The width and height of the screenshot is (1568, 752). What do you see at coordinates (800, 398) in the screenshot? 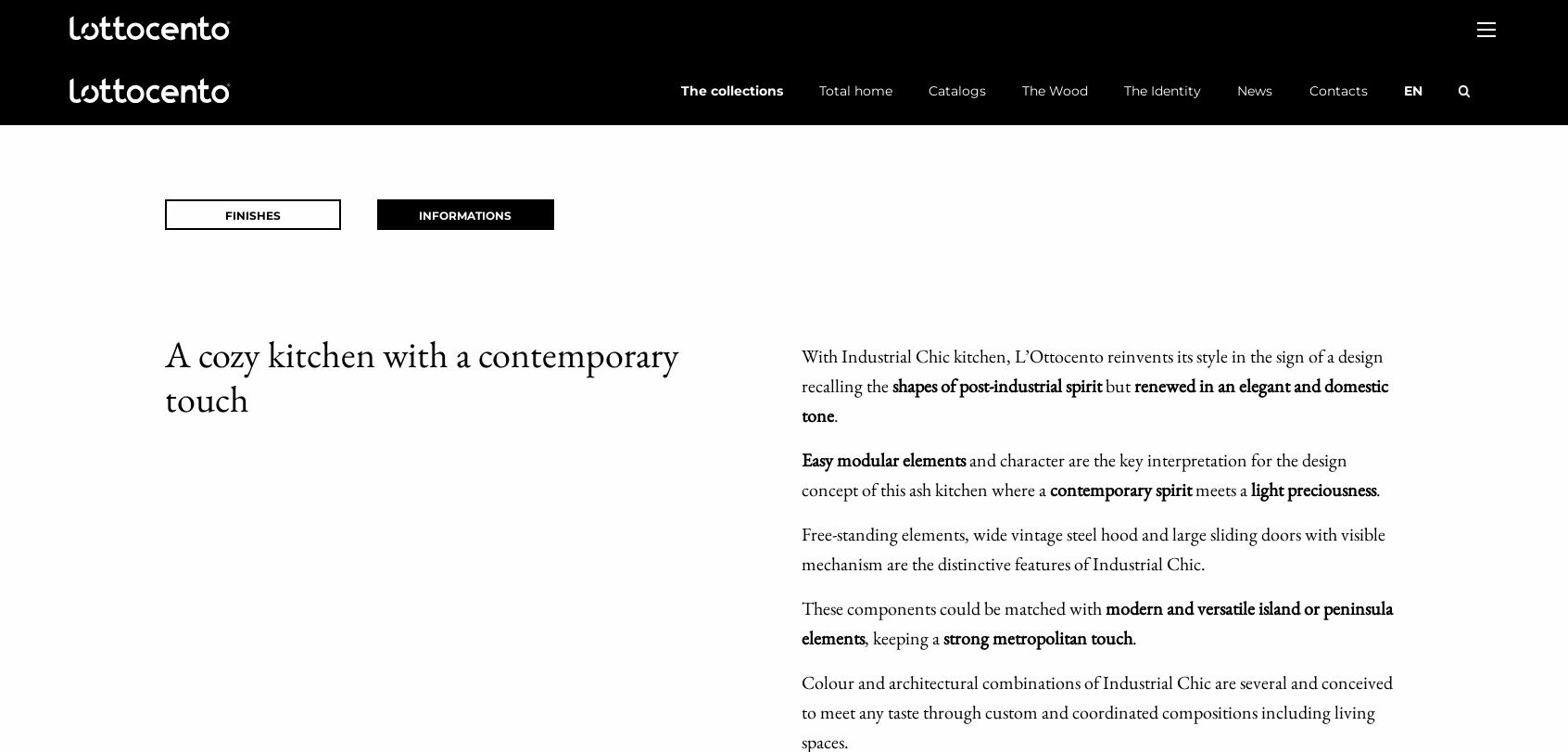
I see `'renewed in an elegant and domestic tone'` at bounding box center [800, 398].